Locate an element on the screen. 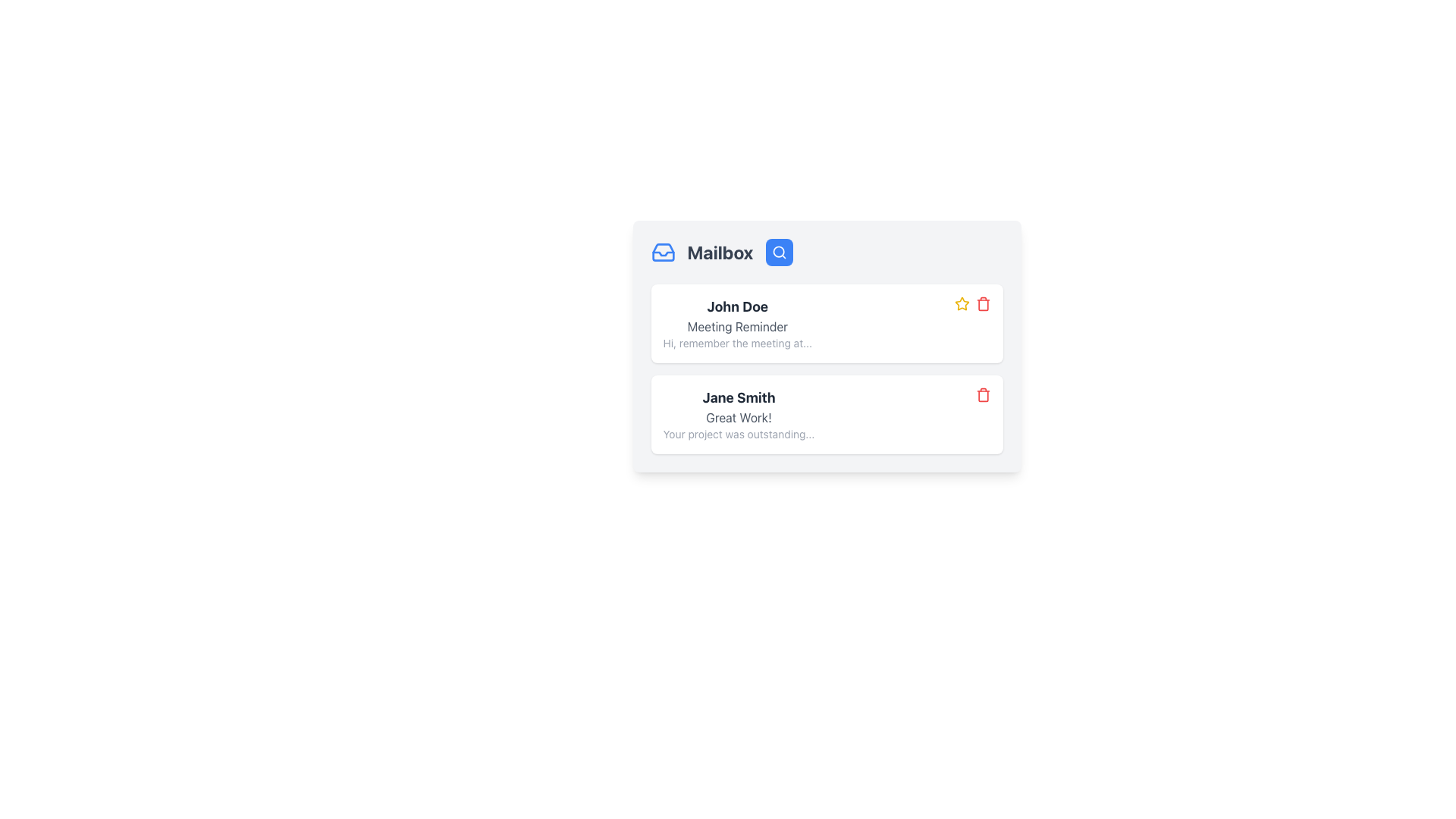 This screenshot has height=819, width=1456. the static text element displaying 'Meeting Reminder', which is styled in gray and positioned below the title 'John Doe' and above the description 'Hi, remember the meeting at...' is located at coordinates (737, 326).